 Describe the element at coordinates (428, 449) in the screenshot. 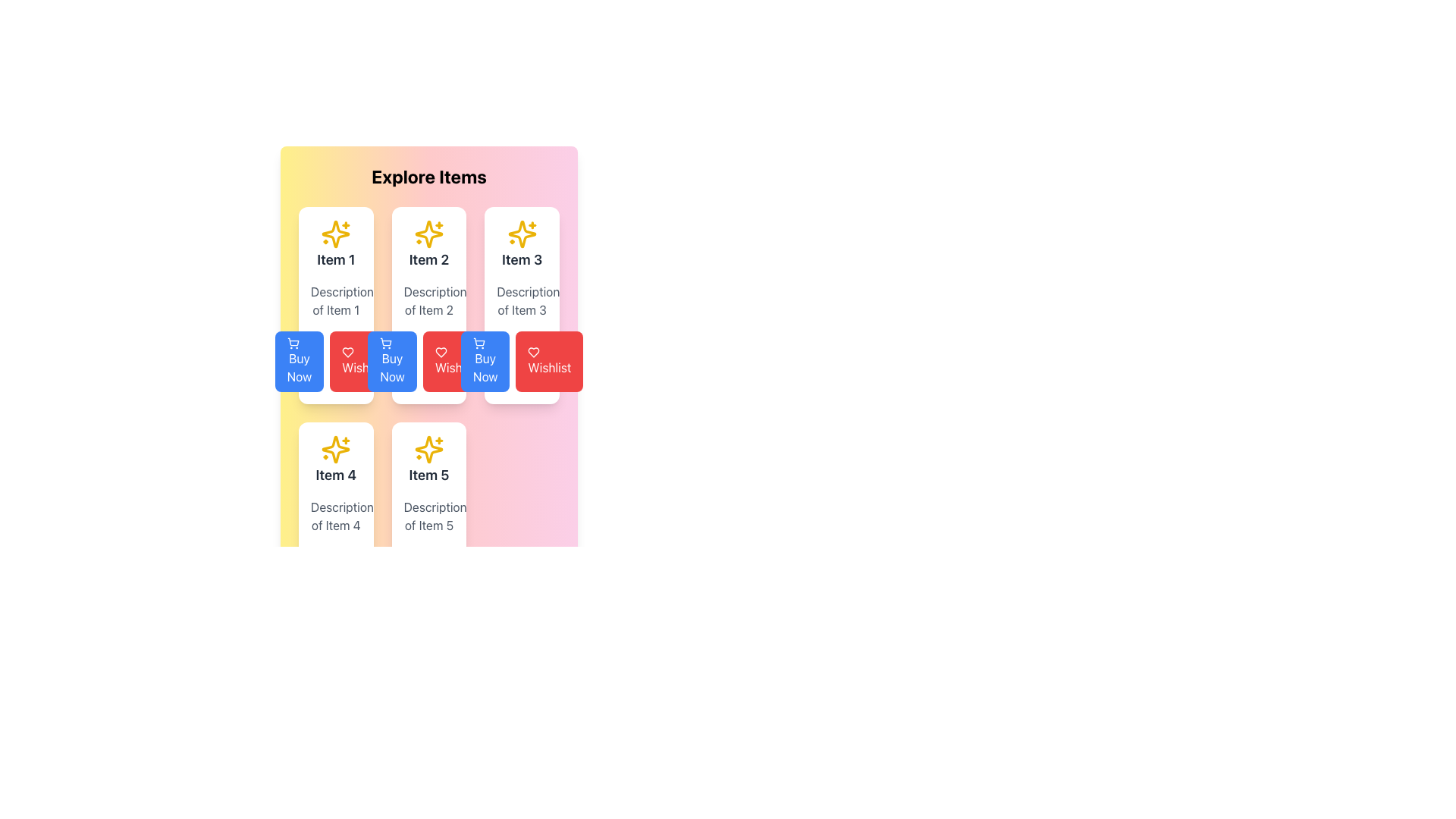

I see `the decorative icon representing 'Item 5' located in the second row, first column of the 'Explore Items' grid` at that location.